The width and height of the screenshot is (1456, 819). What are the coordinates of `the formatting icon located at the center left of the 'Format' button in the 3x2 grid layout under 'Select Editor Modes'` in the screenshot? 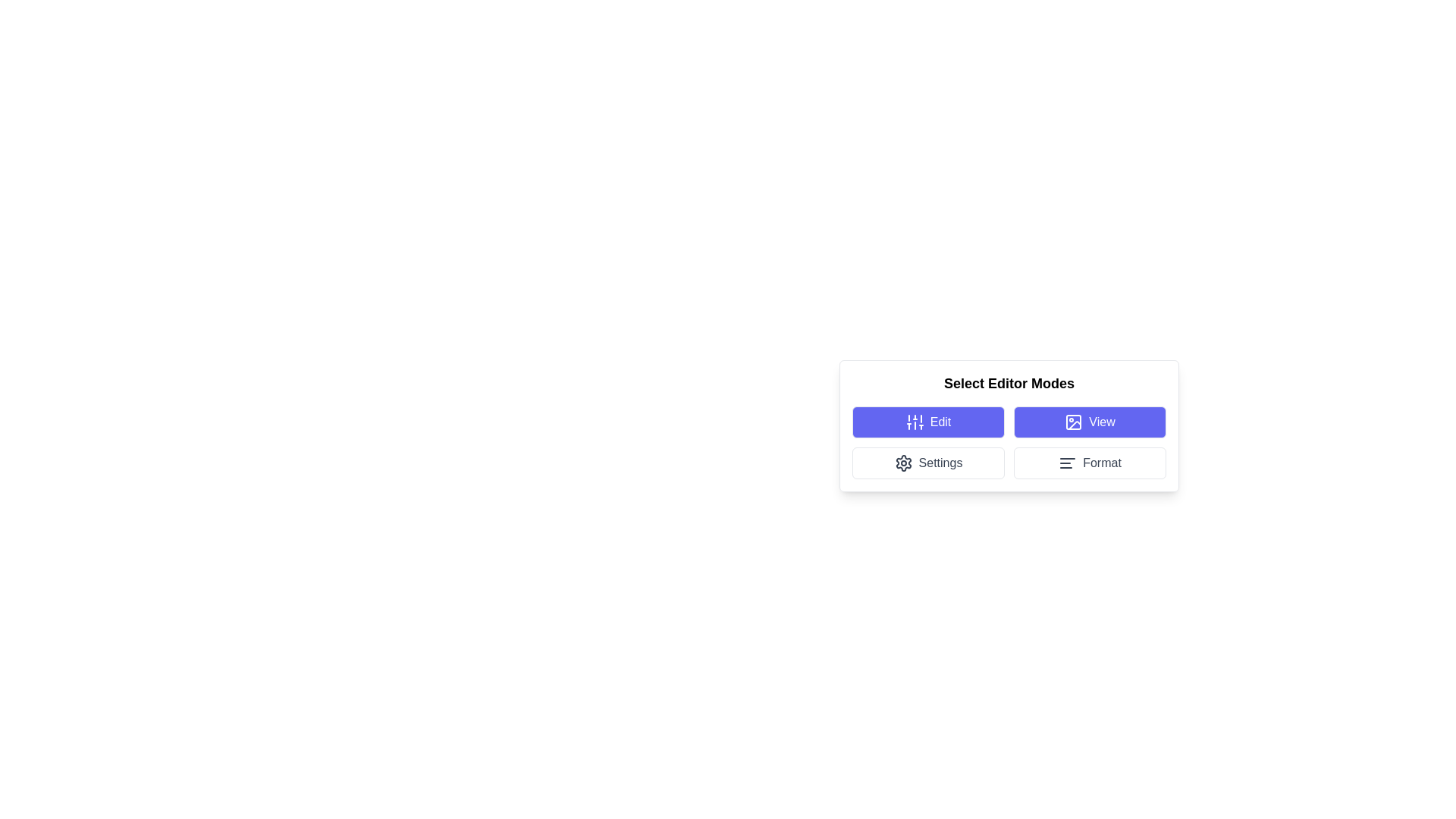 It's located at (1067, 462).